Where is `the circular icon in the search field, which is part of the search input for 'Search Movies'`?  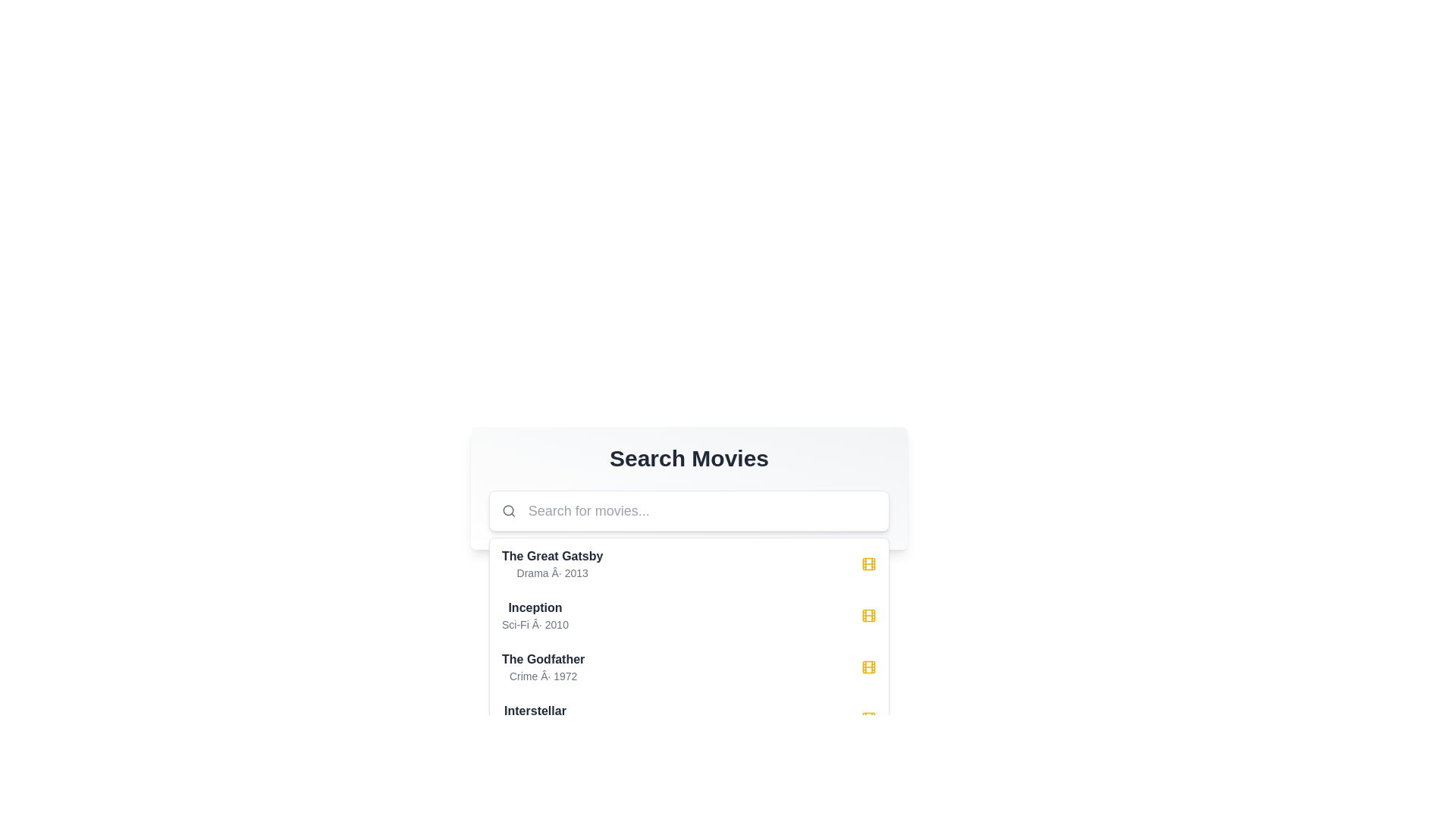
the circular icon in the search field, which is part of the search input for 'Search Movies' is located at coordinates (508, 510).